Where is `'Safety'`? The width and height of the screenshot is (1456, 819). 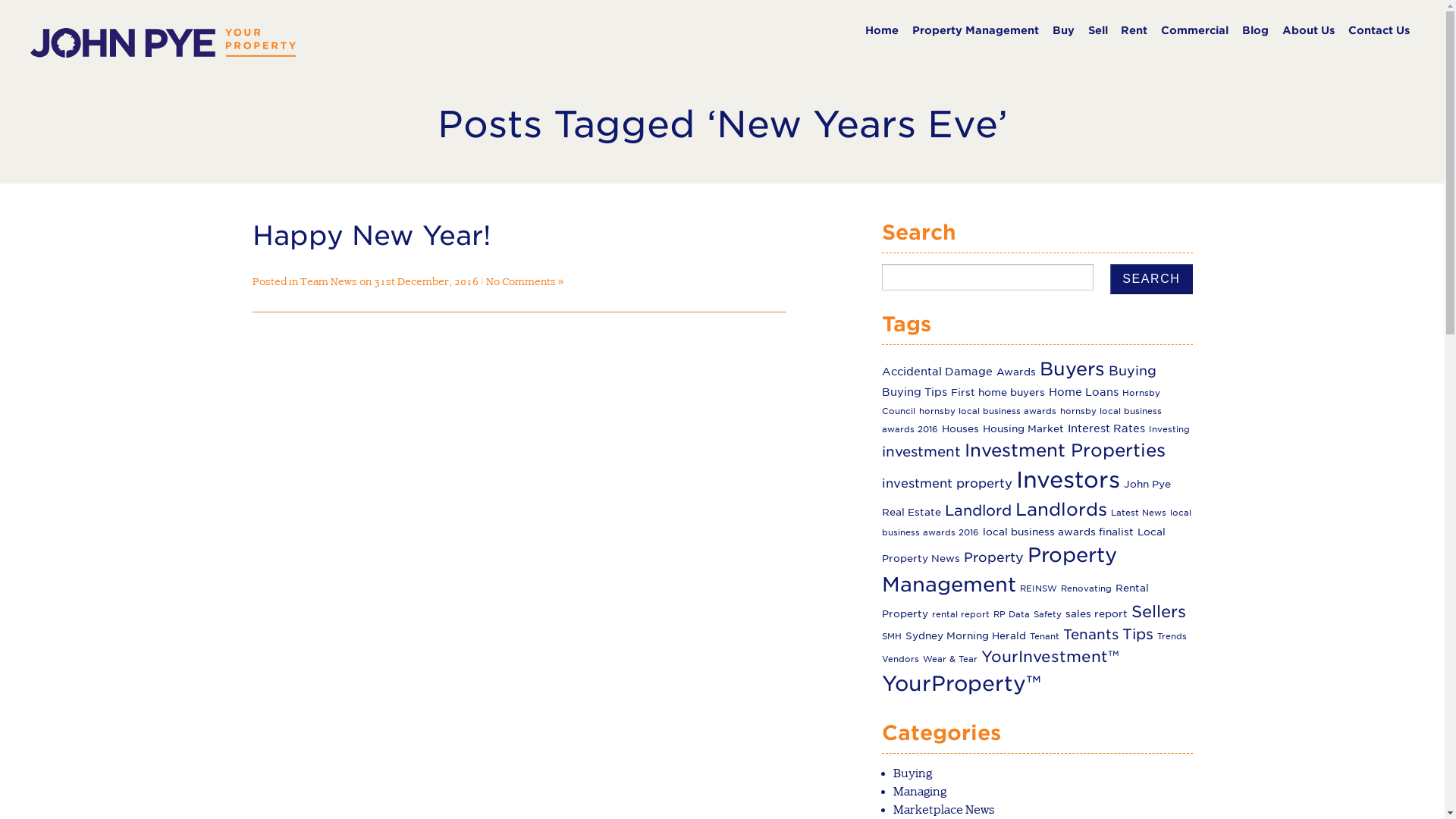
'Safety' is located at coordinates (1046, 614).